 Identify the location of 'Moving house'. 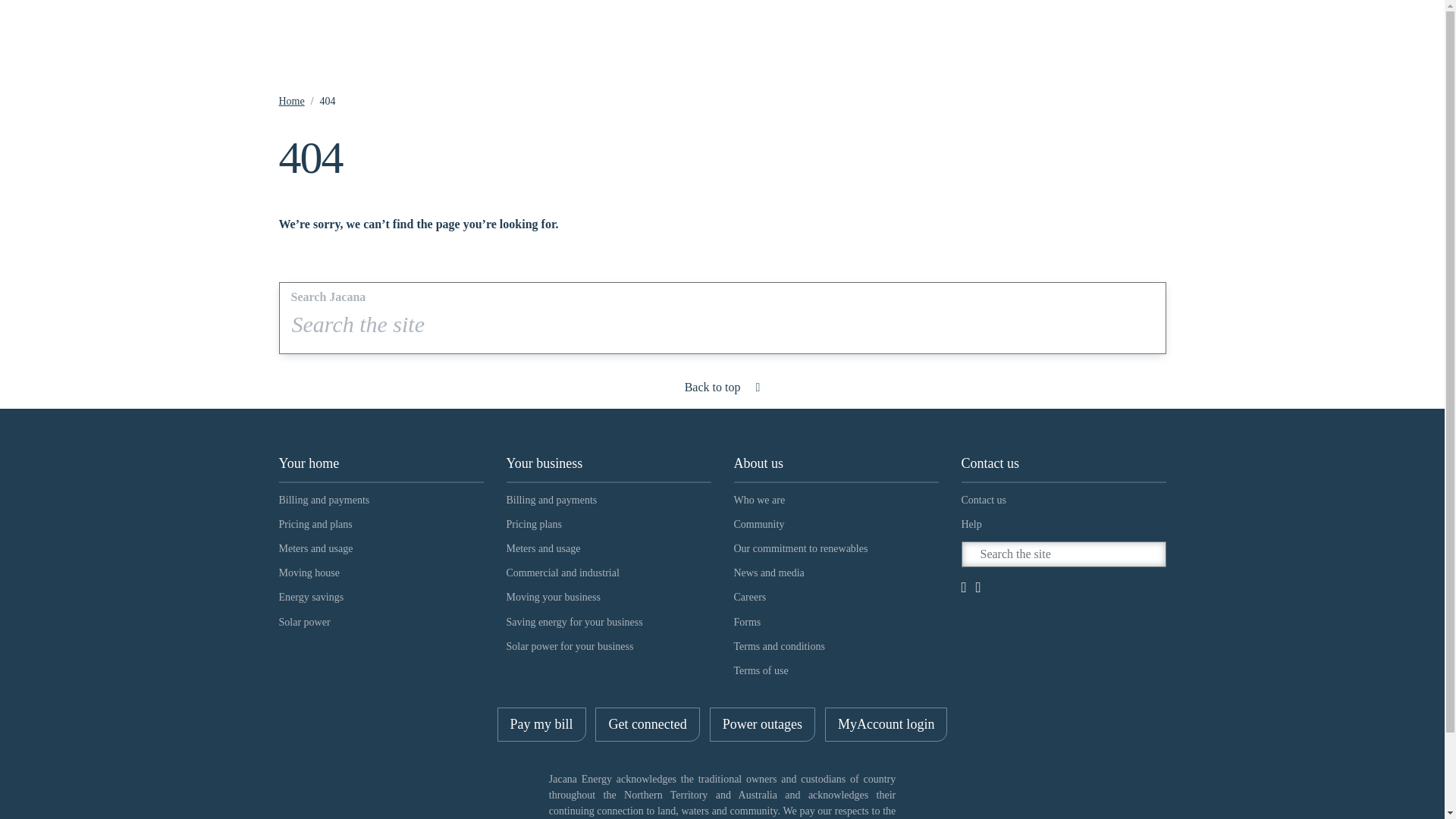
(279, 575).